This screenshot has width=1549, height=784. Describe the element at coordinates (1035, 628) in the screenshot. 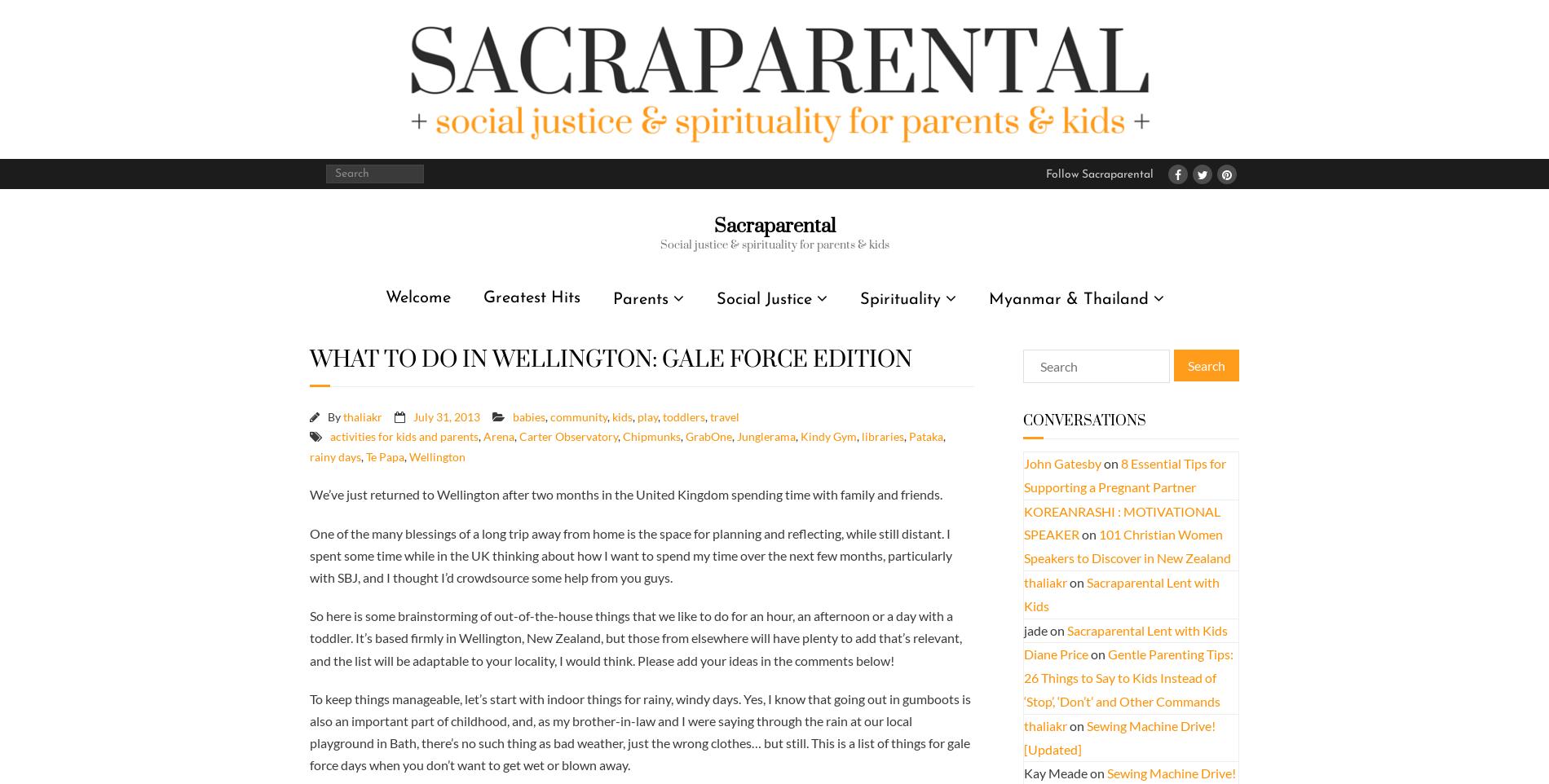

I see `'jade'` at that location.